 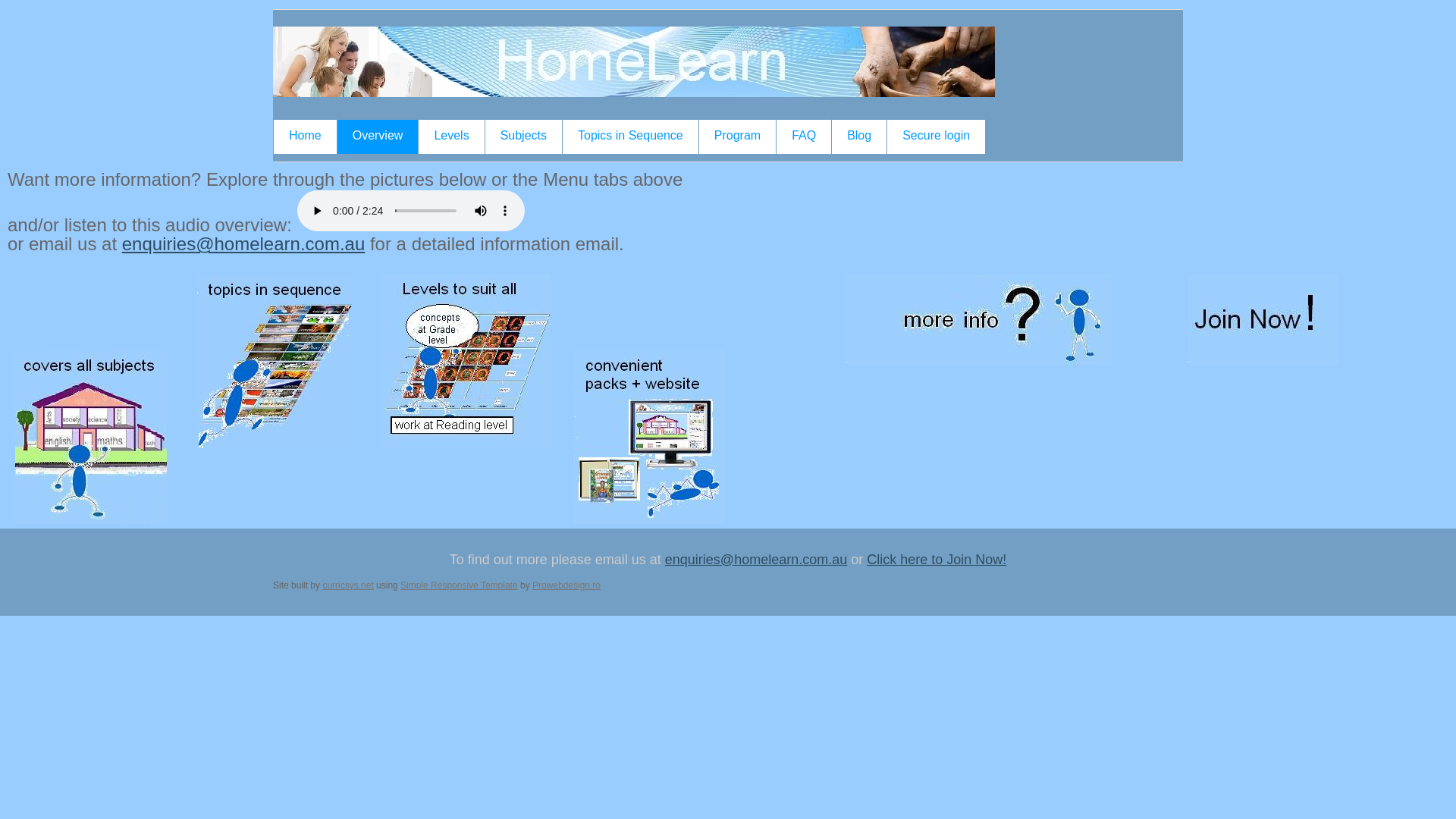 What do you see at coordinates (887, 136) in the screenshot?
I see `'Secure login'` at bounding box center [887, 136].